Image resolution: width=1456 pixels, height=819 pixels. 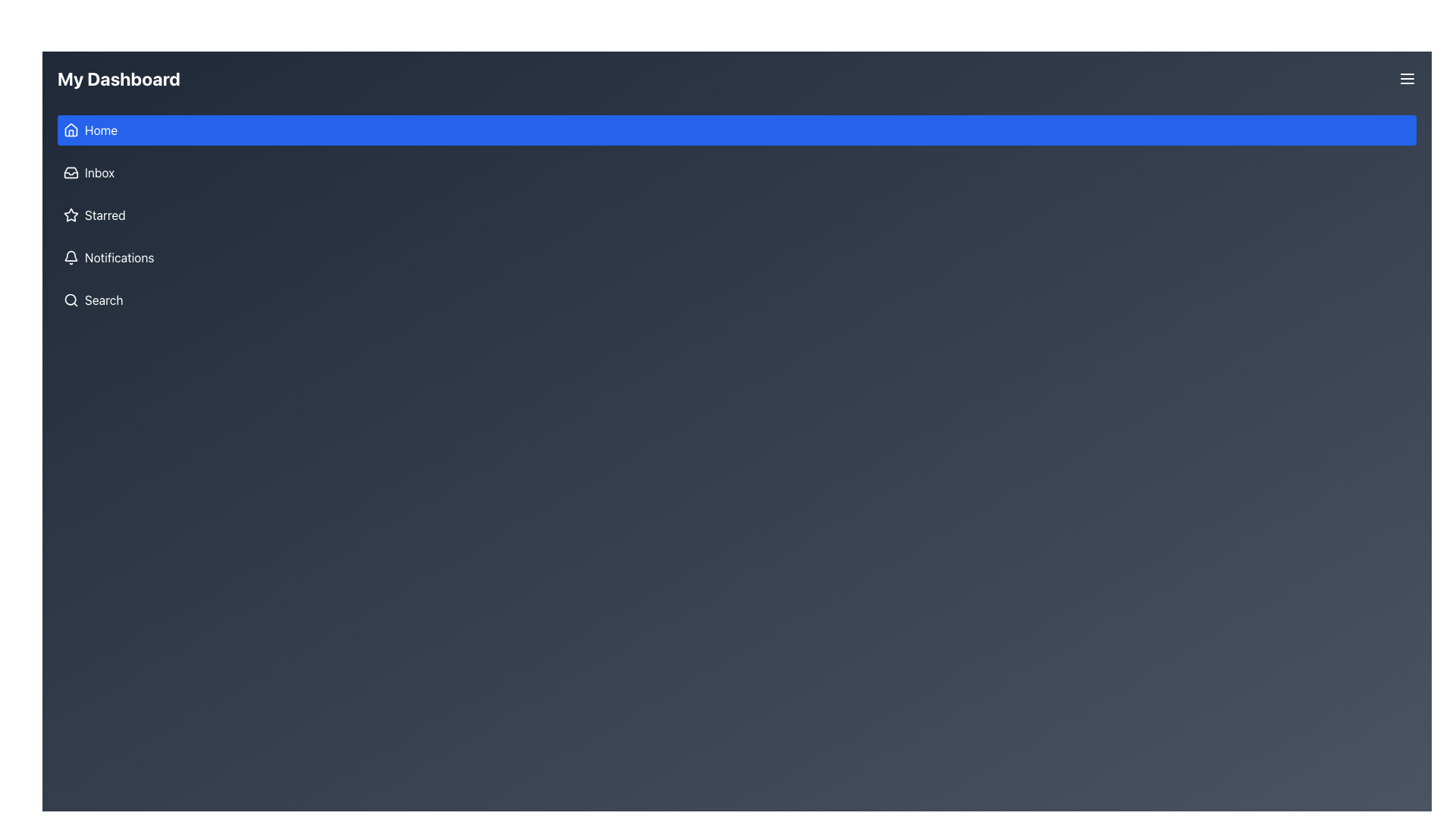 What do you see at coordinates (100, 130) in the screenshot?
I see `the 'Home' text label, which is displayed in white on a blue background and is located to the right of the house icon in the vertical navigation menu` at bounding box center [100, 130].